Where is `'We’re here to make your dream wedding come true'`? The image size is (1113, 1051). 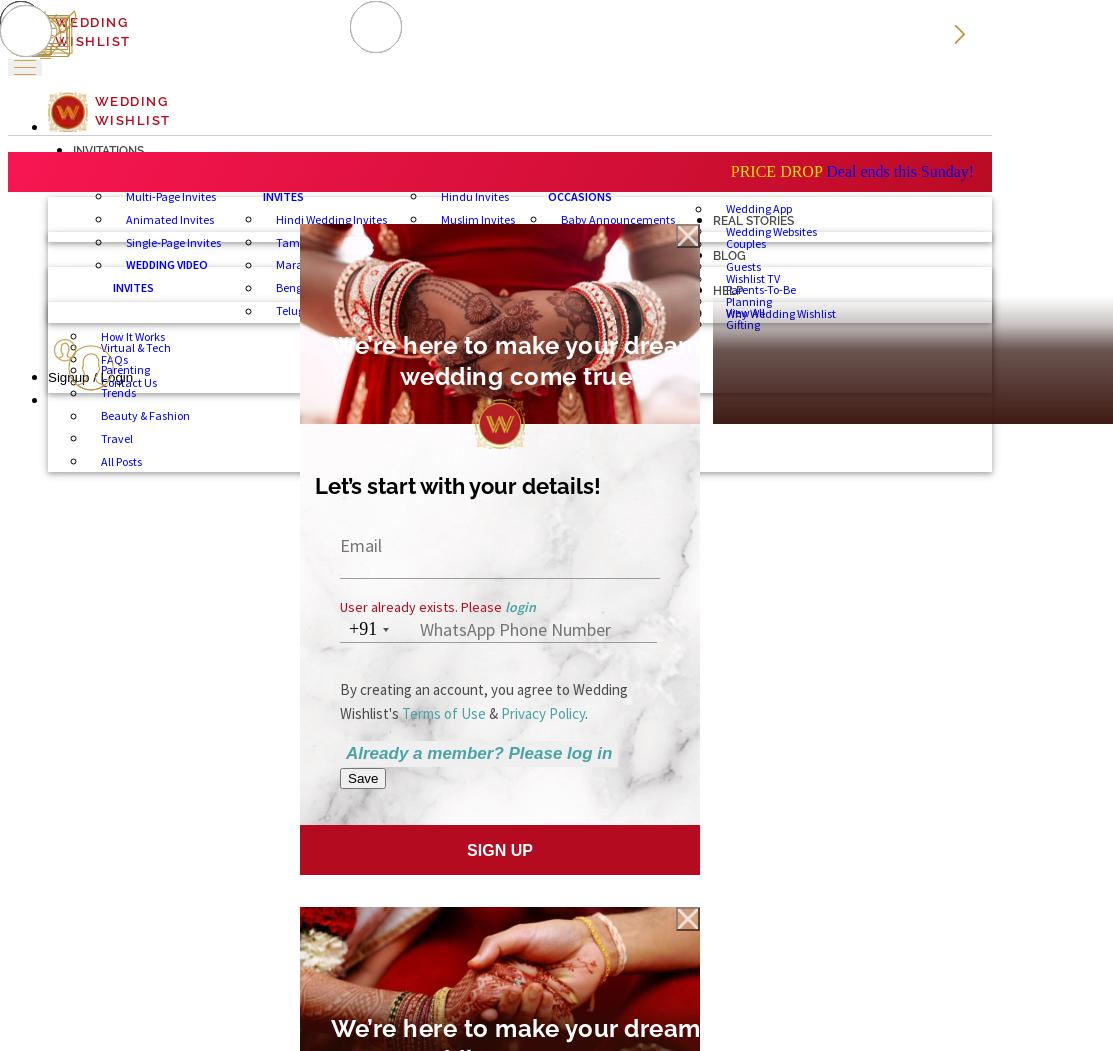
'We’re here to make your dream wedding come true' is located at coordinates (331, 360).